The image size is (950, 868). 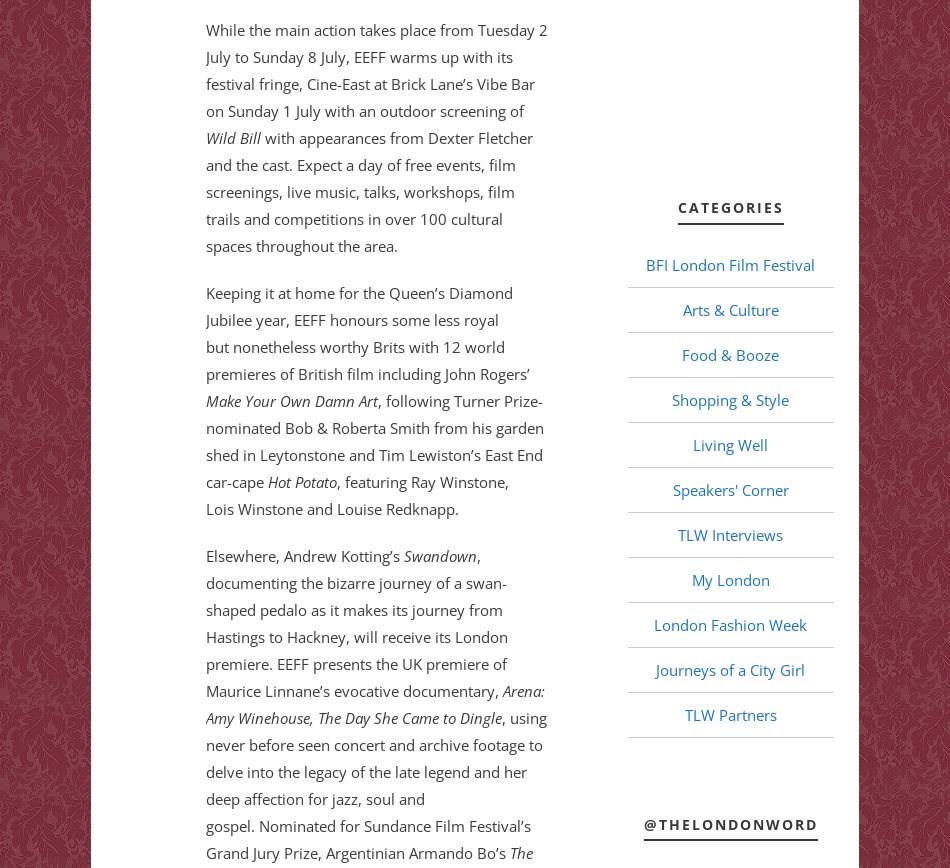 What do you see at coordinates (373, 441) in the screenshot?
I see `', following Turner Prize-nominated Bob & Roberta Smith from his garden shed in Leytonstone and Tim Lewiston’s East End car-cape'` at bounding box center [373, 441].